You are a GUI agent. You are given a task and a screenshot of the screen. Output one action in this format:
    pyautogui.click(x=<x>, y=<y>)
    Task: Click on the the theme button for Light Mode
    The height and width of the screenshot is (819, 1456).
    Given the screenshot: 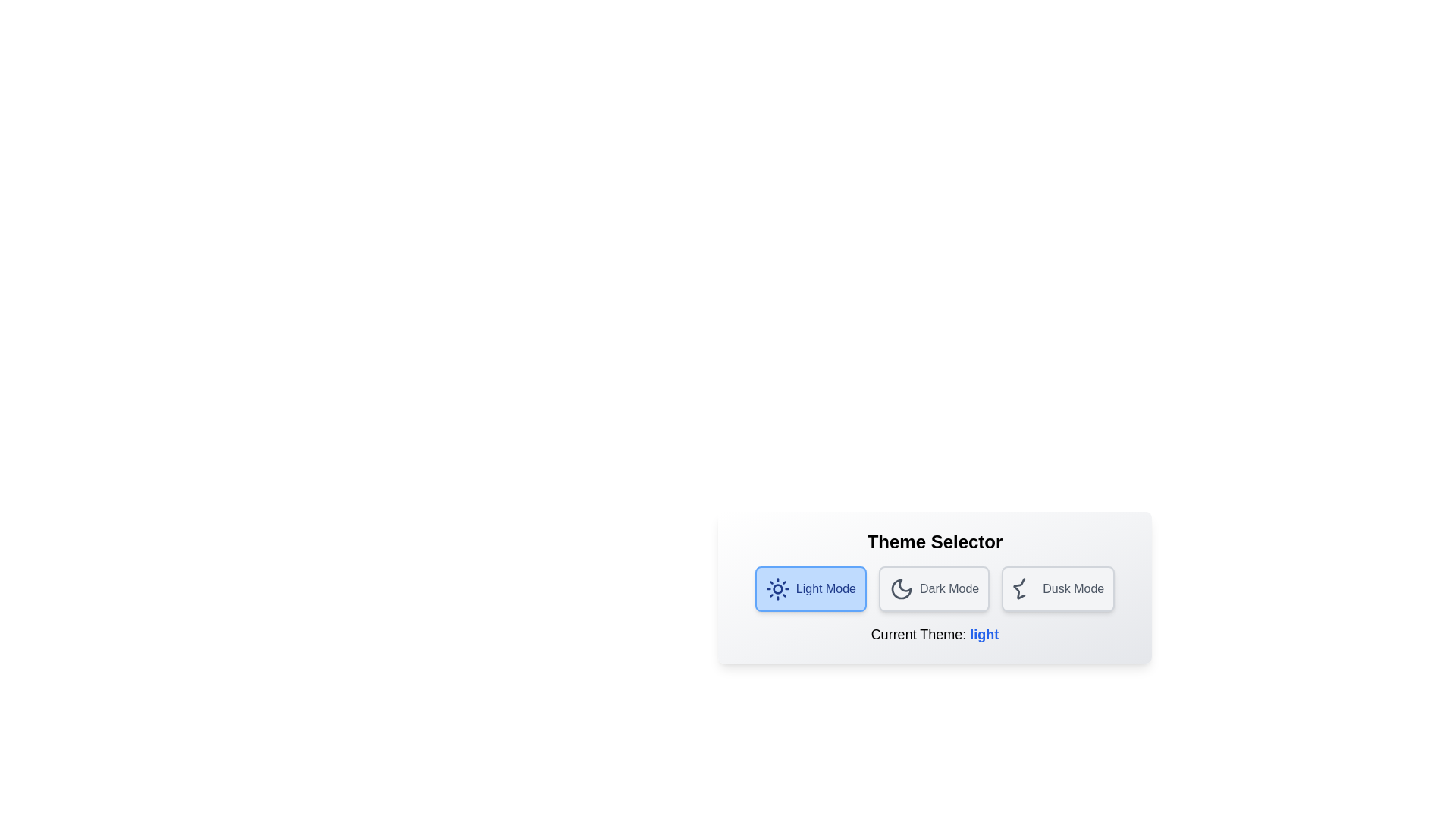 What is the action you would take?
    pyautogui.click(x=810, y=588)
    